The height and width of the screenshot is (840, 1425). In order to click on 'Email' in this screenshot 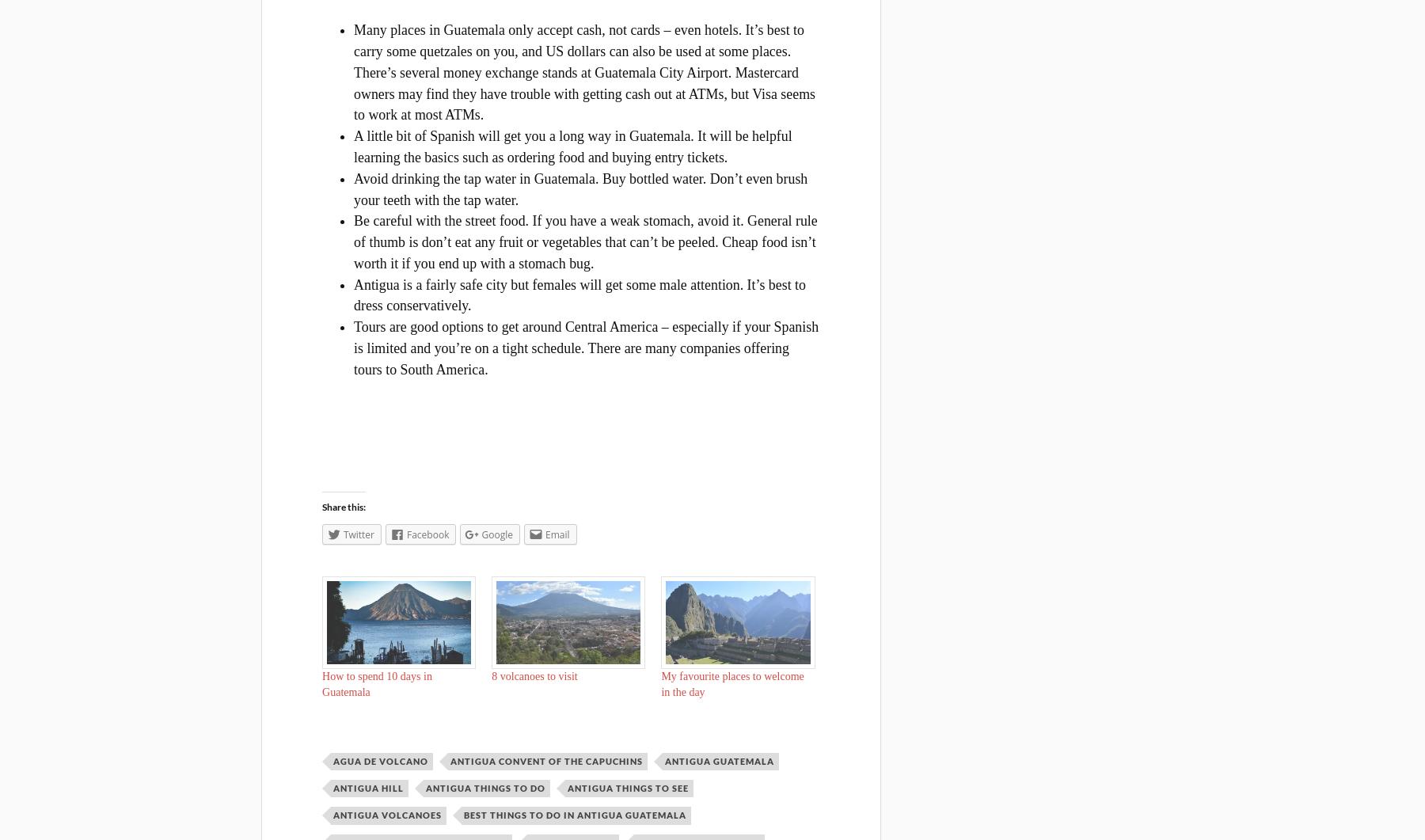, I will do `click(556, 533)`.